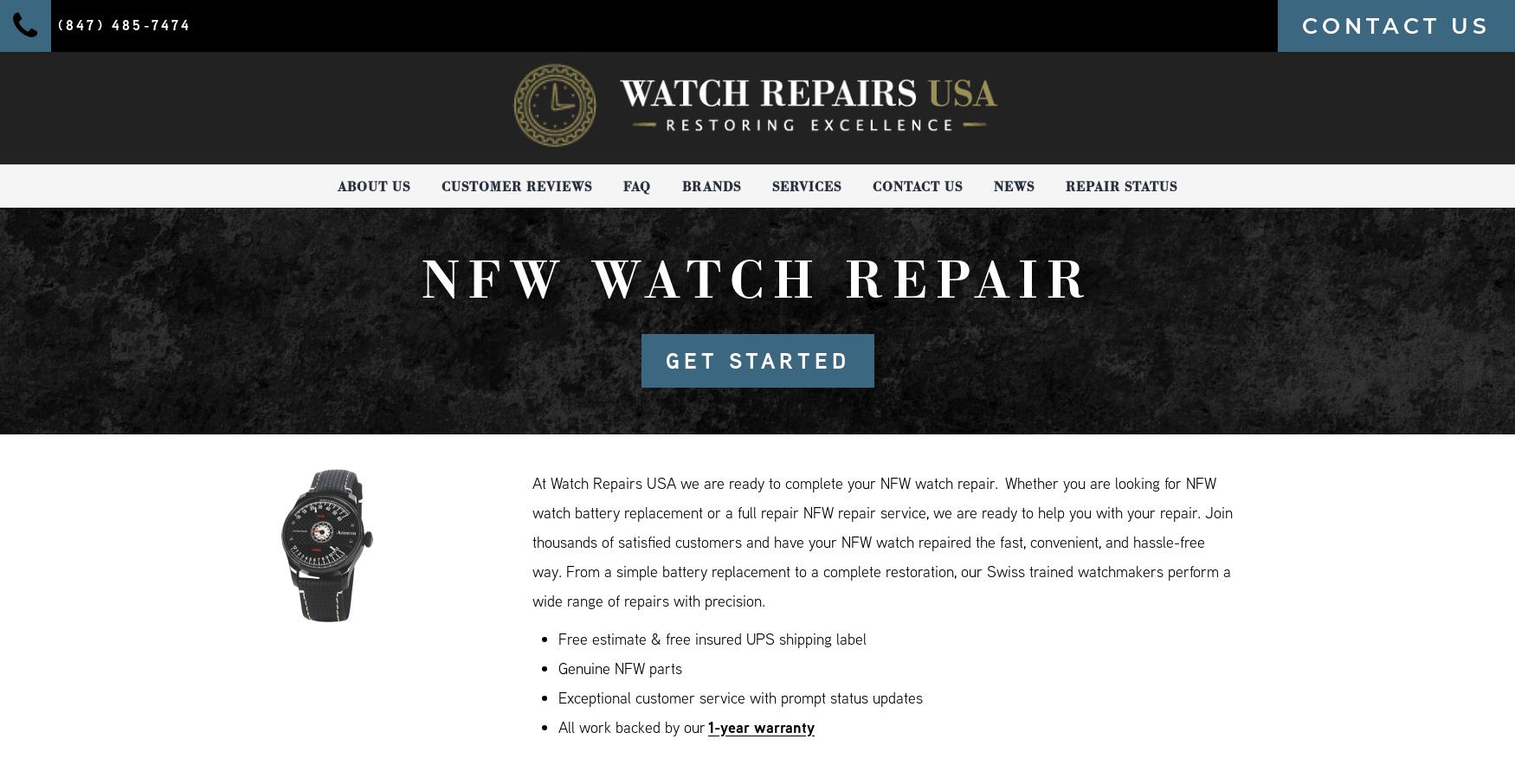 Image resolution: width=1515 pixels, height=784 pixels. Describe the element at coordinates (373, 185) in the screenshot. I see `'About Us'` at that location.